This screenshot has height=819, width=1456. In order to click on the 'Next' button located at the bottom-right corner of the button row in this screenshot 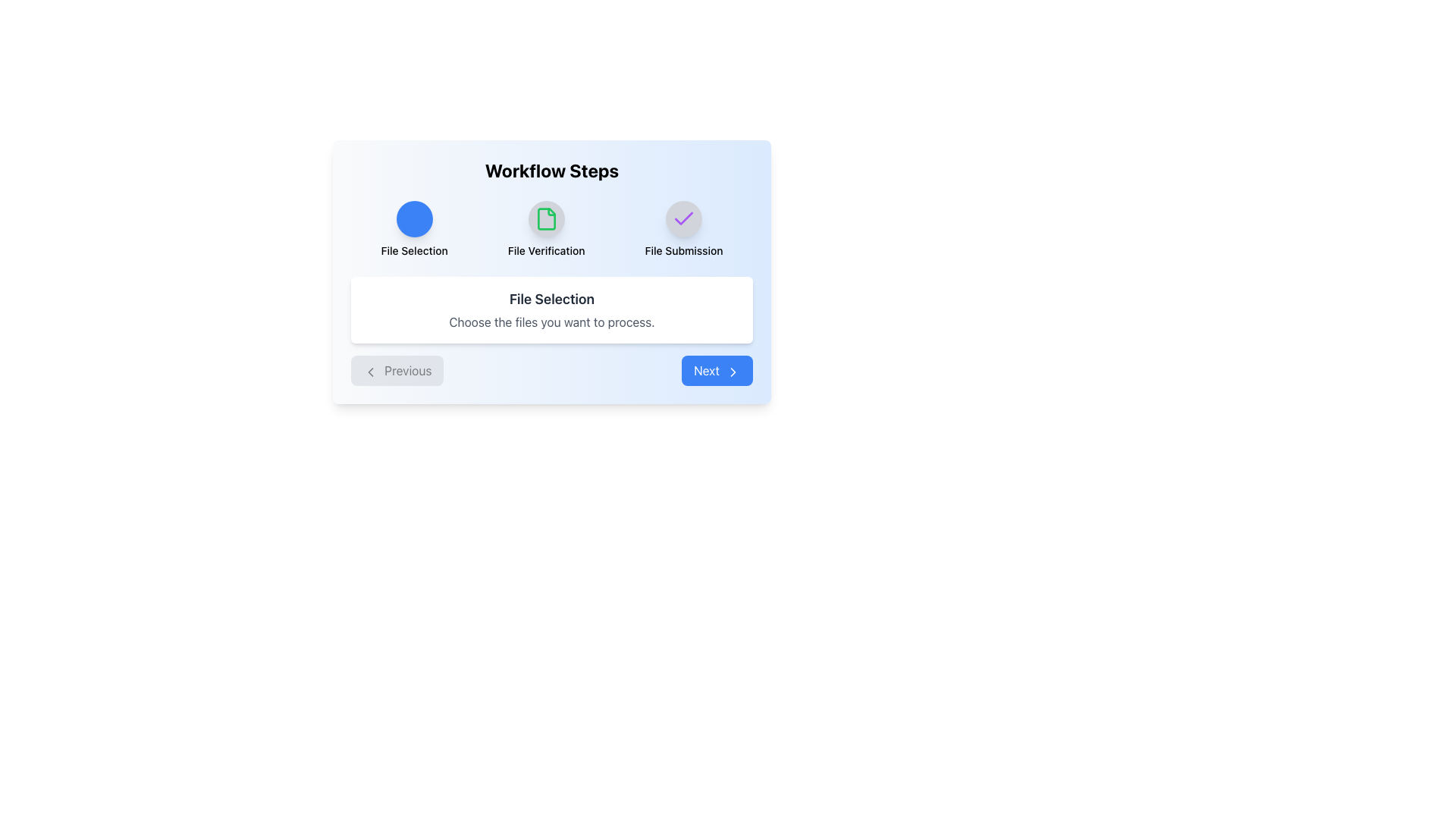, I will do `click(717, 371)`.